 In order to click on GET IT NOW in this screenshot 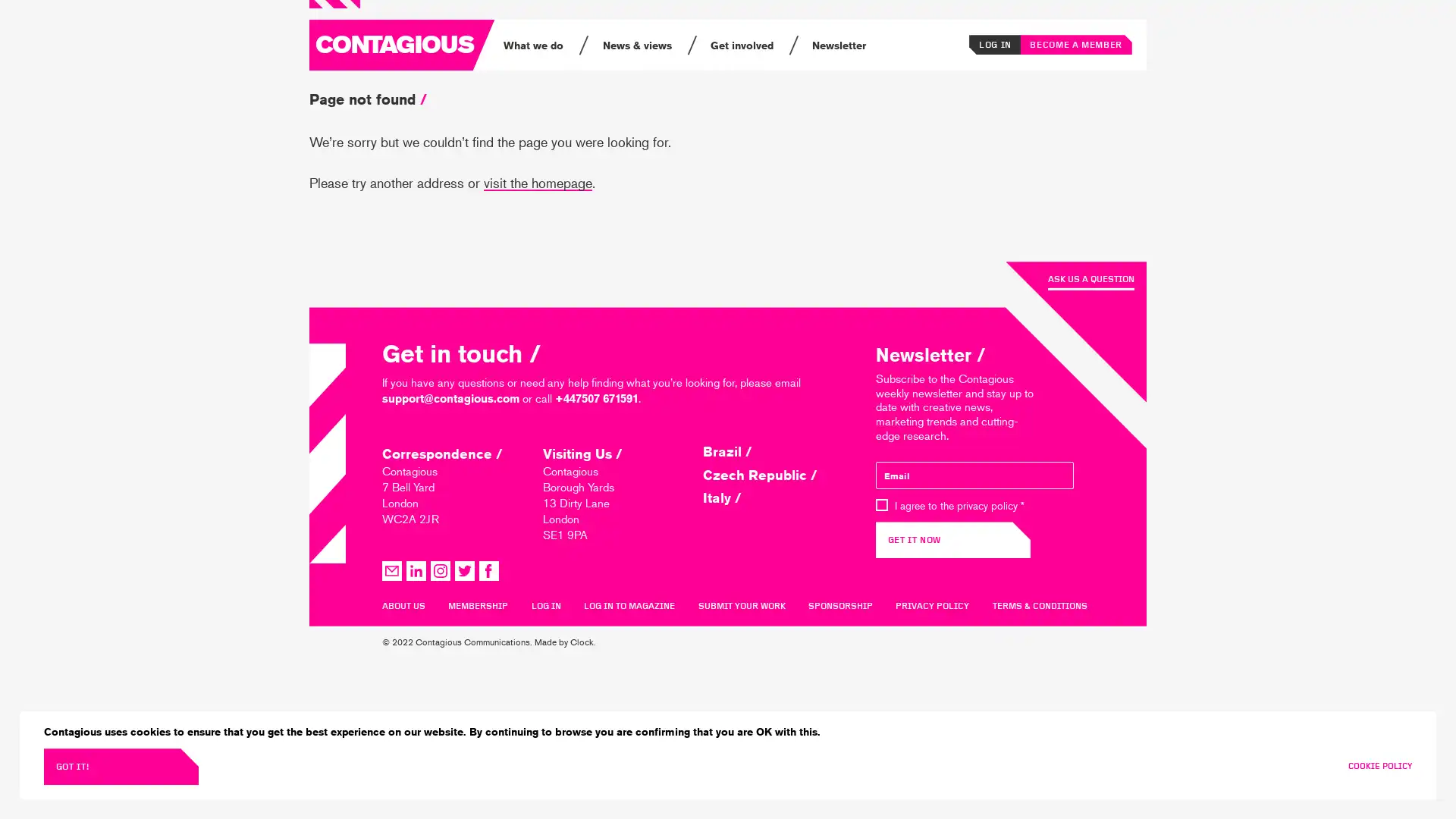, I will do `click(952, 539)`.